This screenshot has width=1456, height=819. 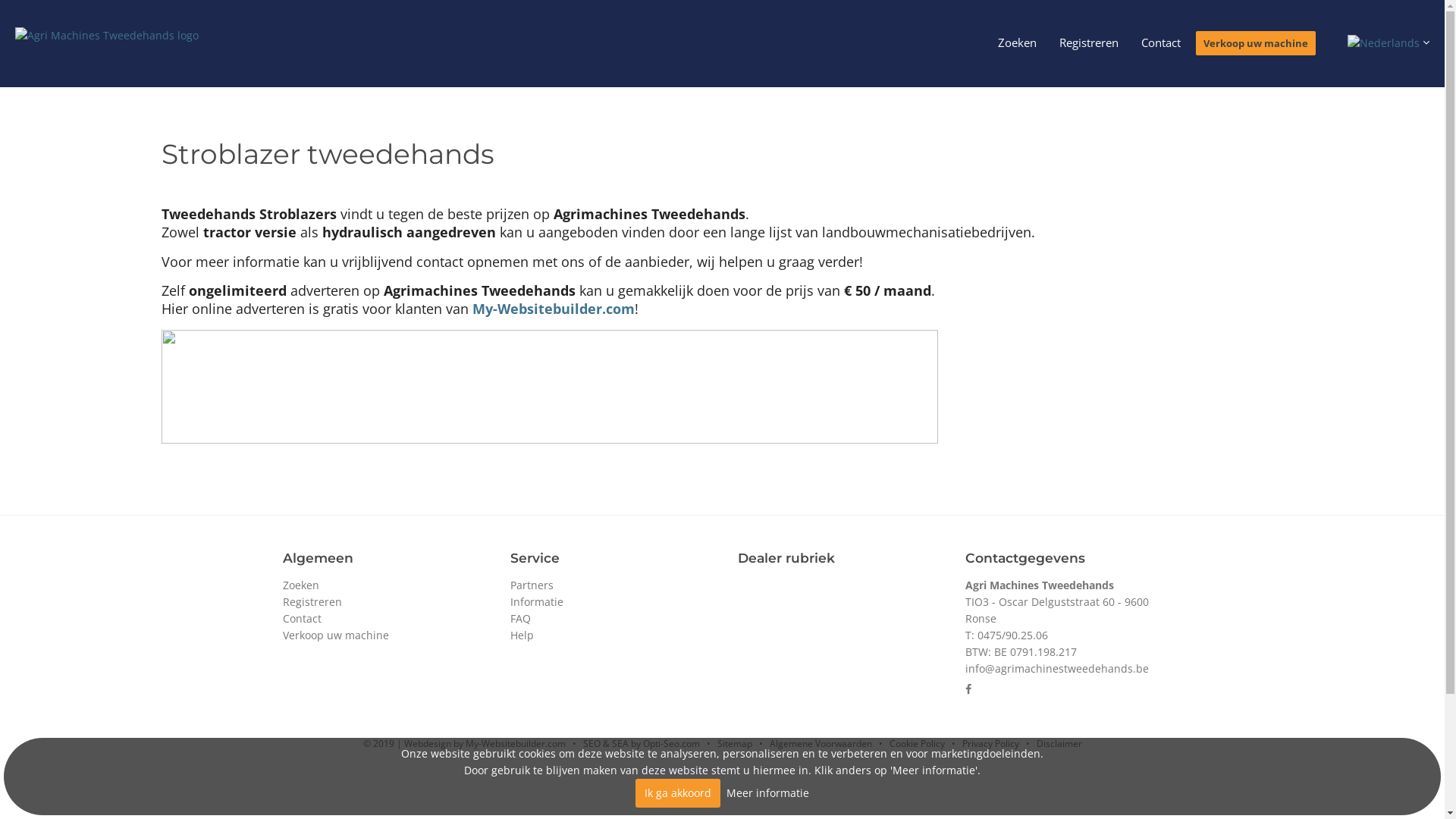 I want to click on 'My-Websitebuilder.com', so click(x=471, y=308).